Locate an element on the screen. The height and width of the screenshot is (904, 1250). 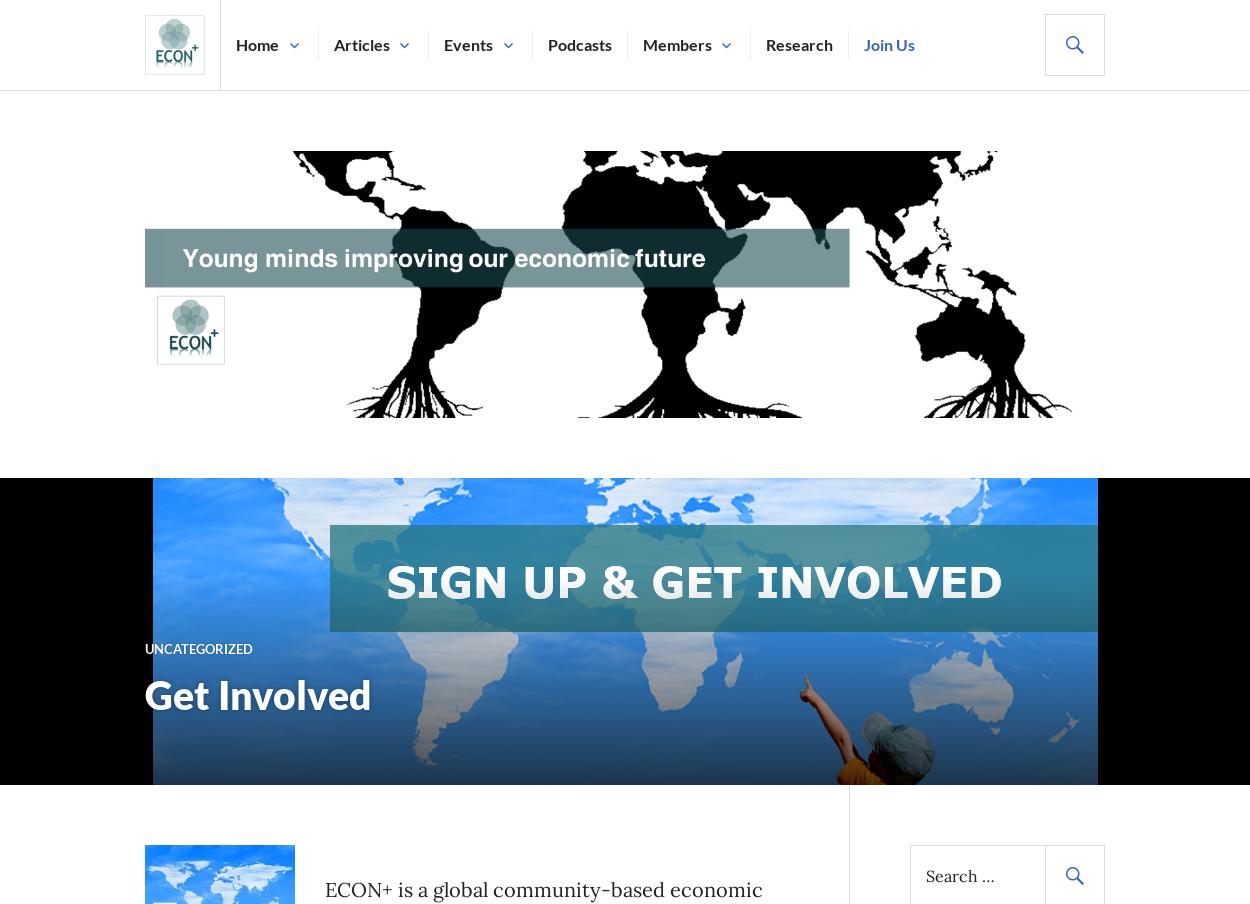
'Get Involved' is located at coordinates (145, 693).